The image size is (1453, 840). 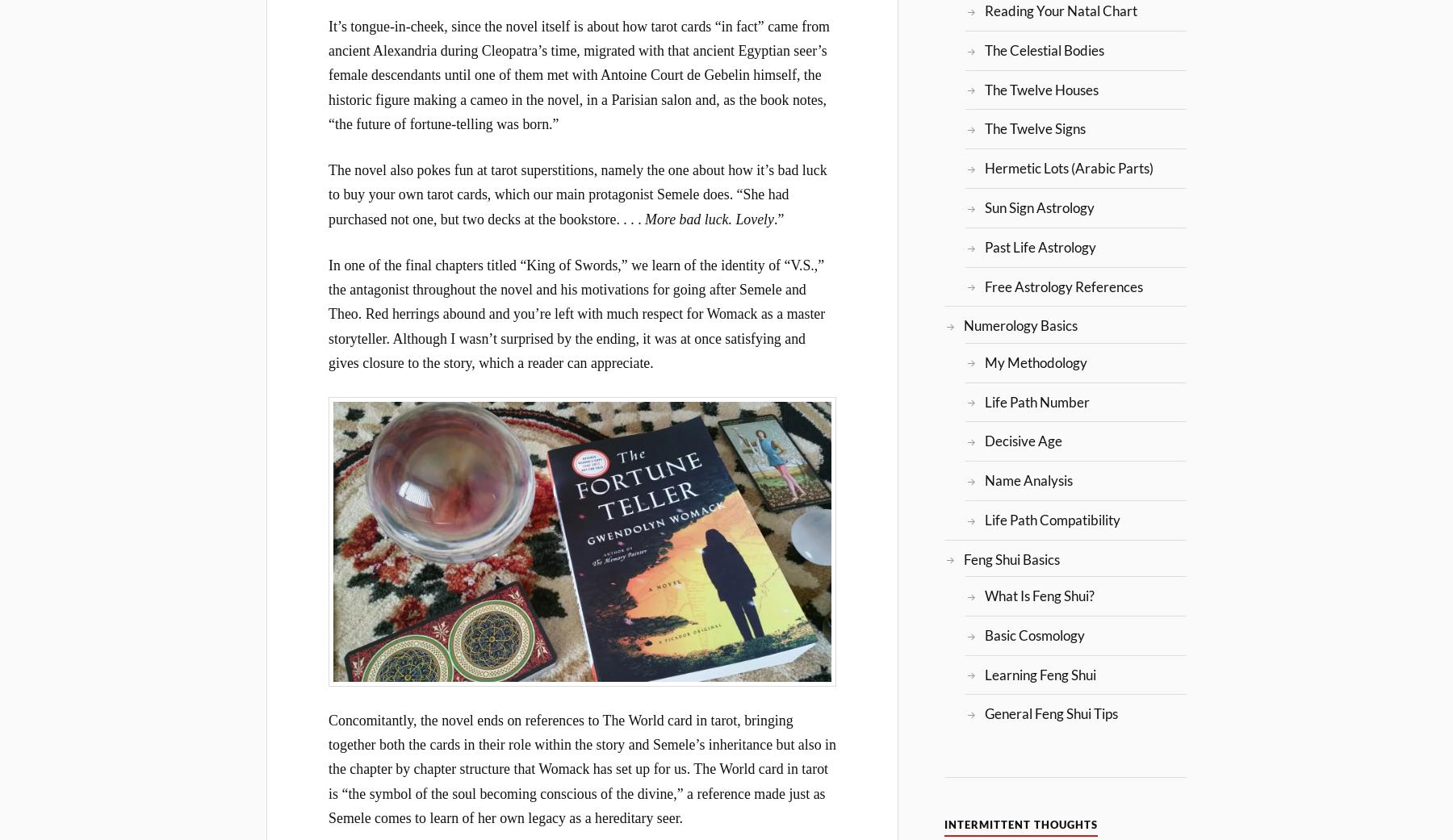 What do you see at coordinates (576, 314) in the screenshot?
I see `'In one of the final chapters titled “King of Swords,” we learn of the identity of “V.S.,” the antagonist throughout the novel and his motivations for going after Semele and Theo. Red herrings abound and you’re left with much respect for Womack as a master storyteller. Although I wasn’t surprised by the ending, it was at once satisfying and gives closure to the story, which a reader can appreciate.'` at bounding box center [576, 314].